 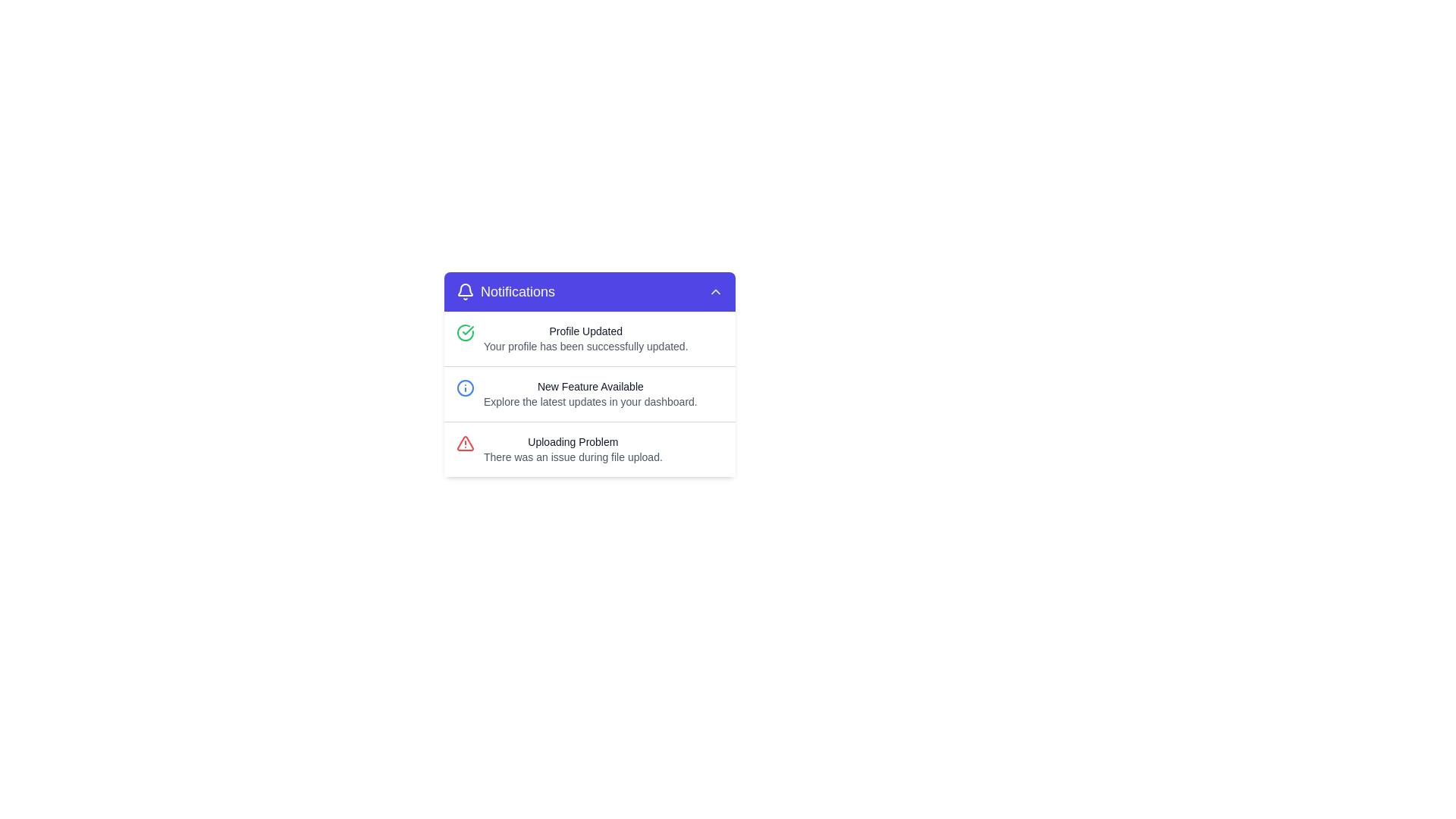 What do you see at coordinates (506, 292) in the screenshot?
I see `the title label with an icon in the top bar of the notification panel, which indicates the purpose of the panel as displaying notifications` at bounding box center [506, 292].